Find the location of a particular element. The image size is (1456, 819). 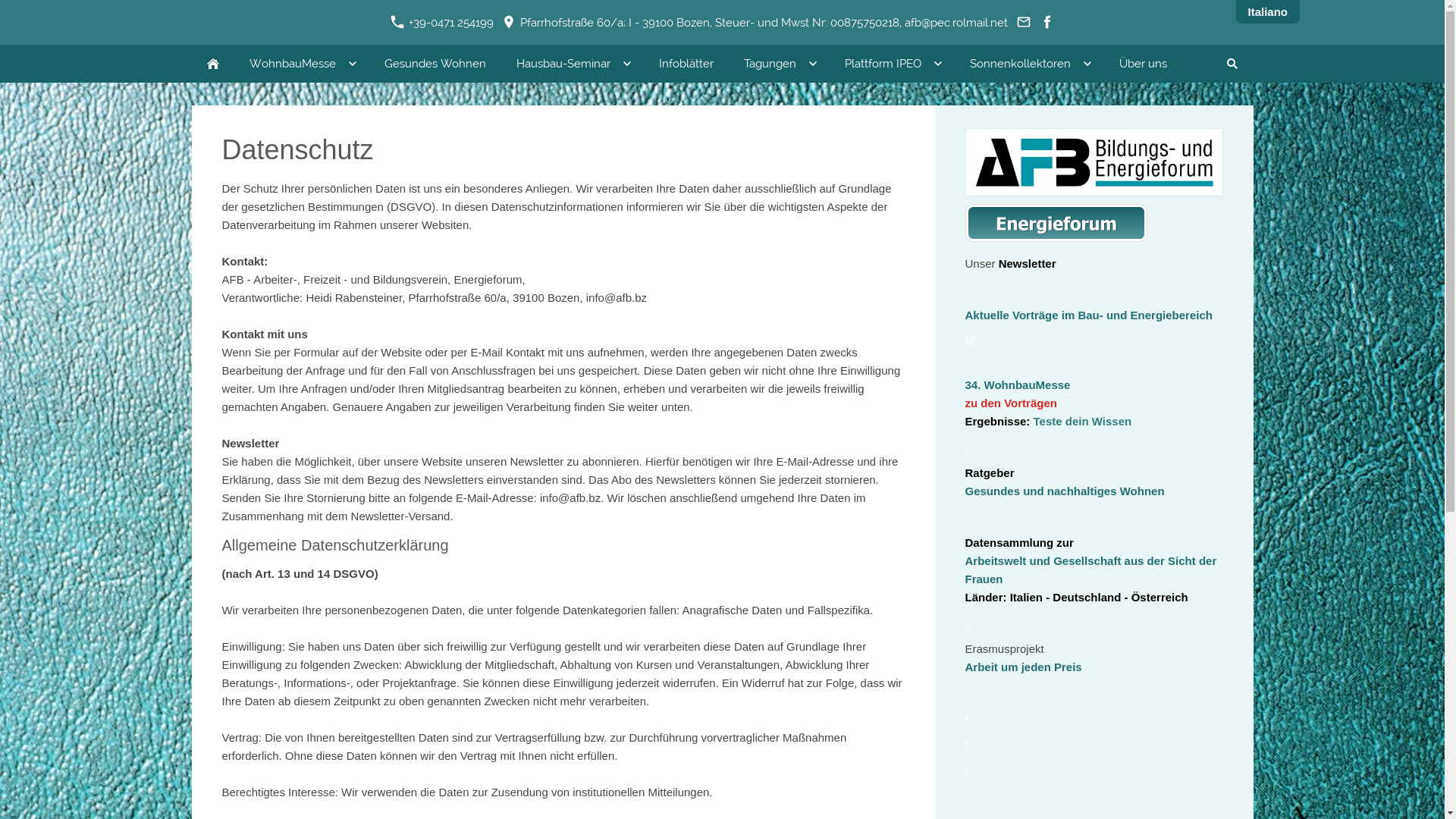

' +39-0471 254199' is located at coordinates (441, 23).